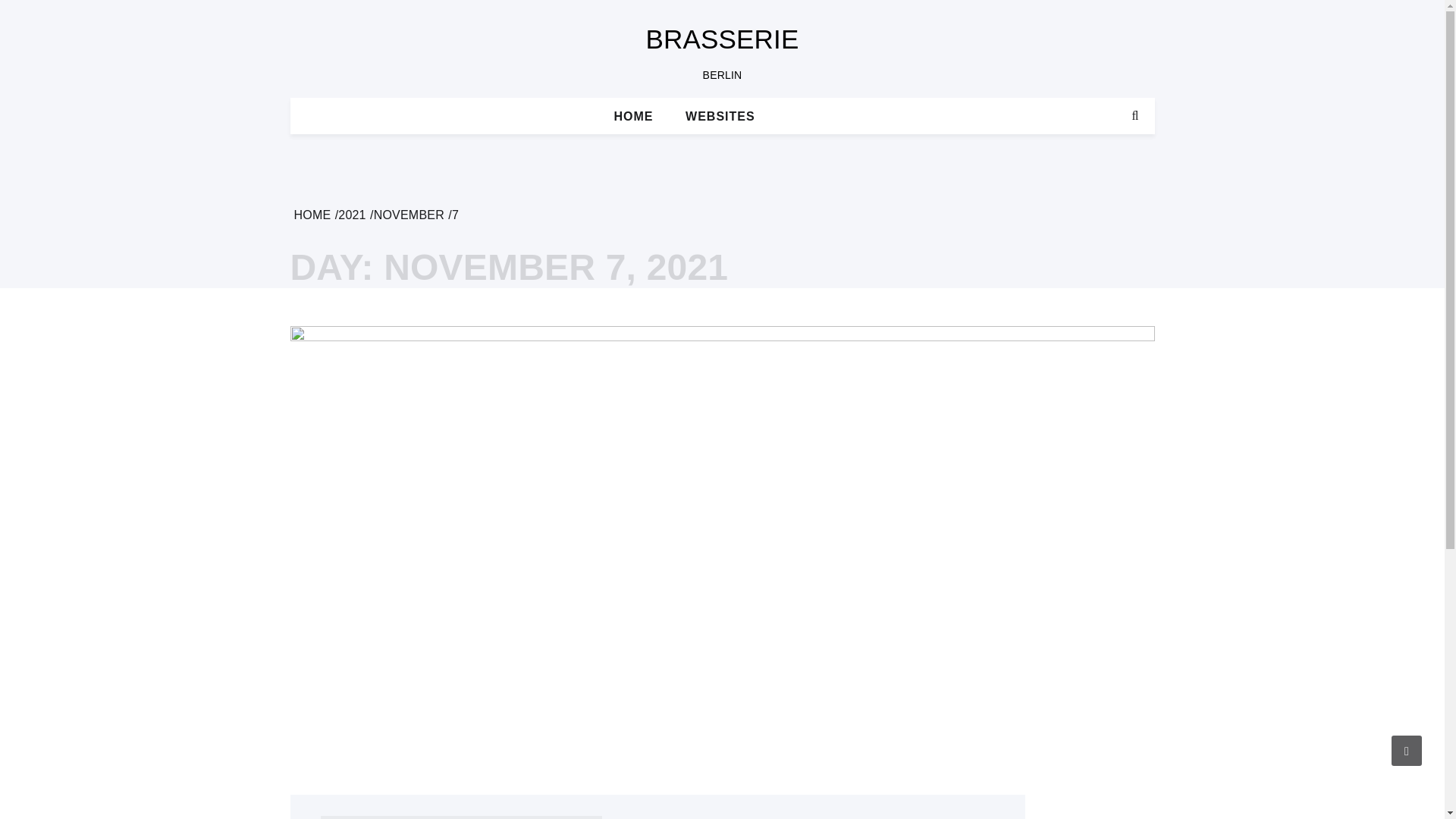 The height and width of the screenshot is (819, 1456). Describe the element at coordinates (1405, 751) in the screenshot. I see `'Go to Top'` at that location.